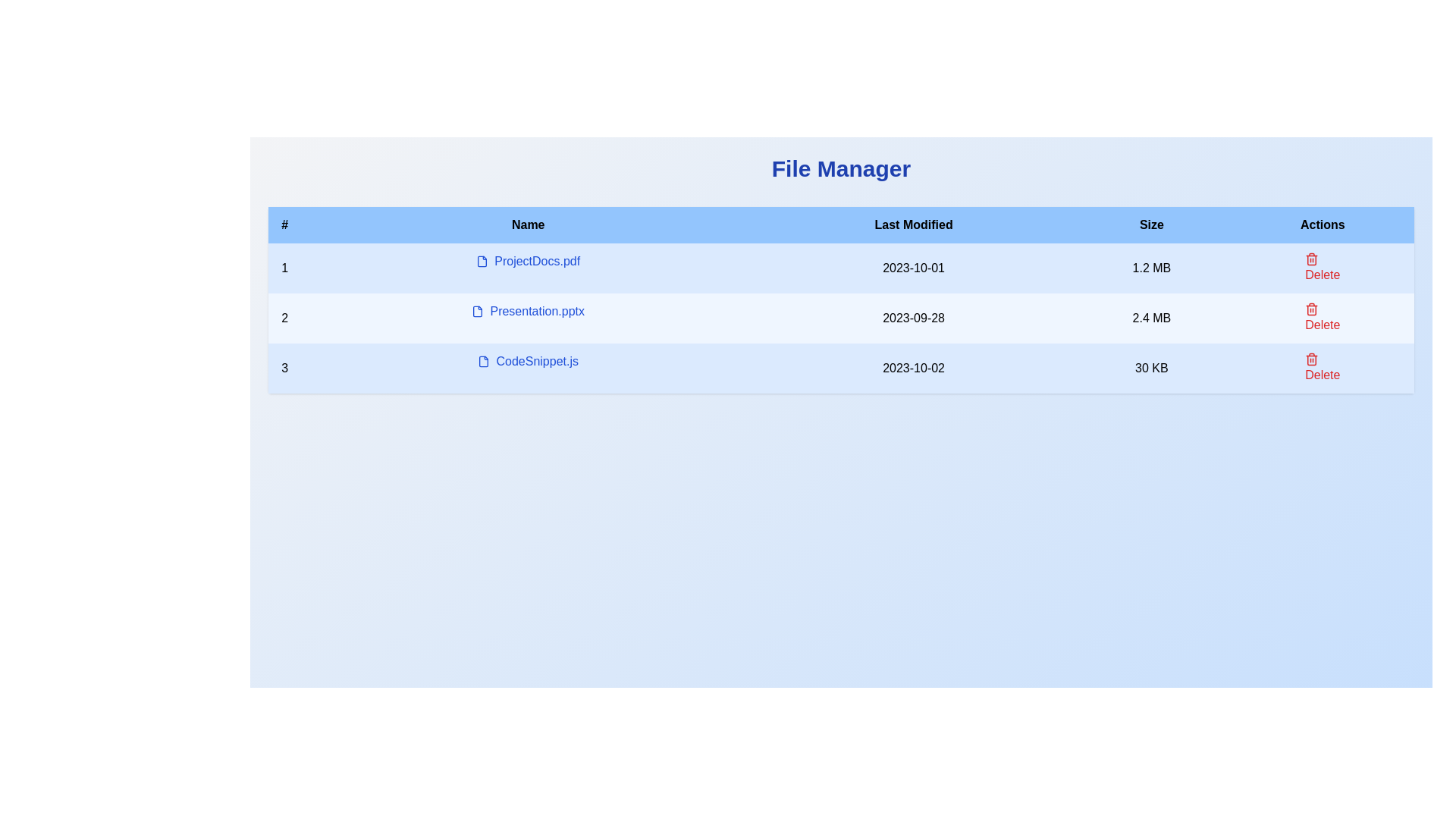 The width and height of the screenshot is (1456, 819). What do you see at coordinates (913, 268) in the screenshot?
I see `the text element displaying the date '2023-10-01' which is located in the third position in a table row of file details` at bounding box center [913, 268].